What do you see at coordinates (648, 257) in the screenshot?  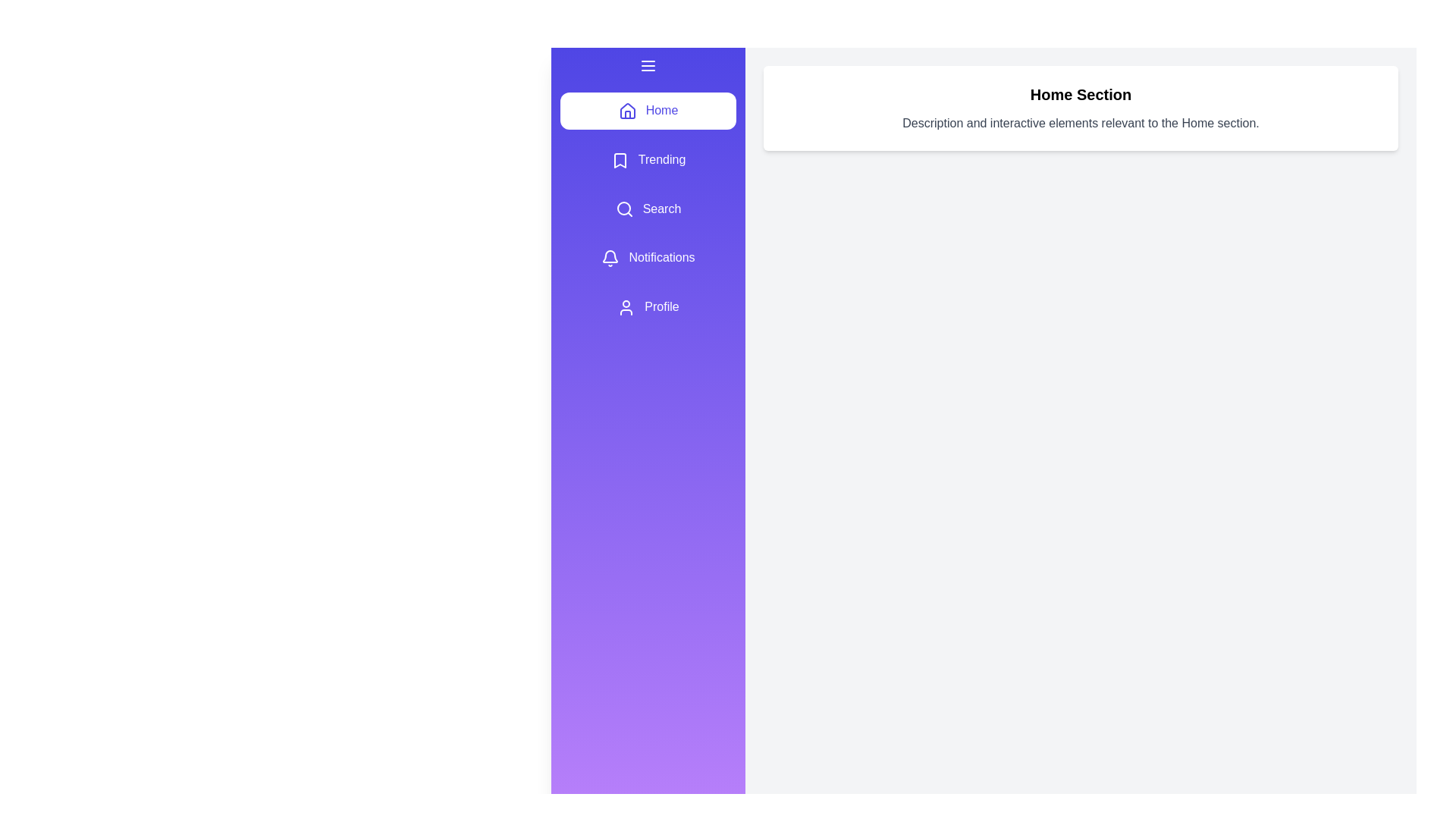 I see `the navigation option Notifications by clicking on it` at bounding box center [648, 257].